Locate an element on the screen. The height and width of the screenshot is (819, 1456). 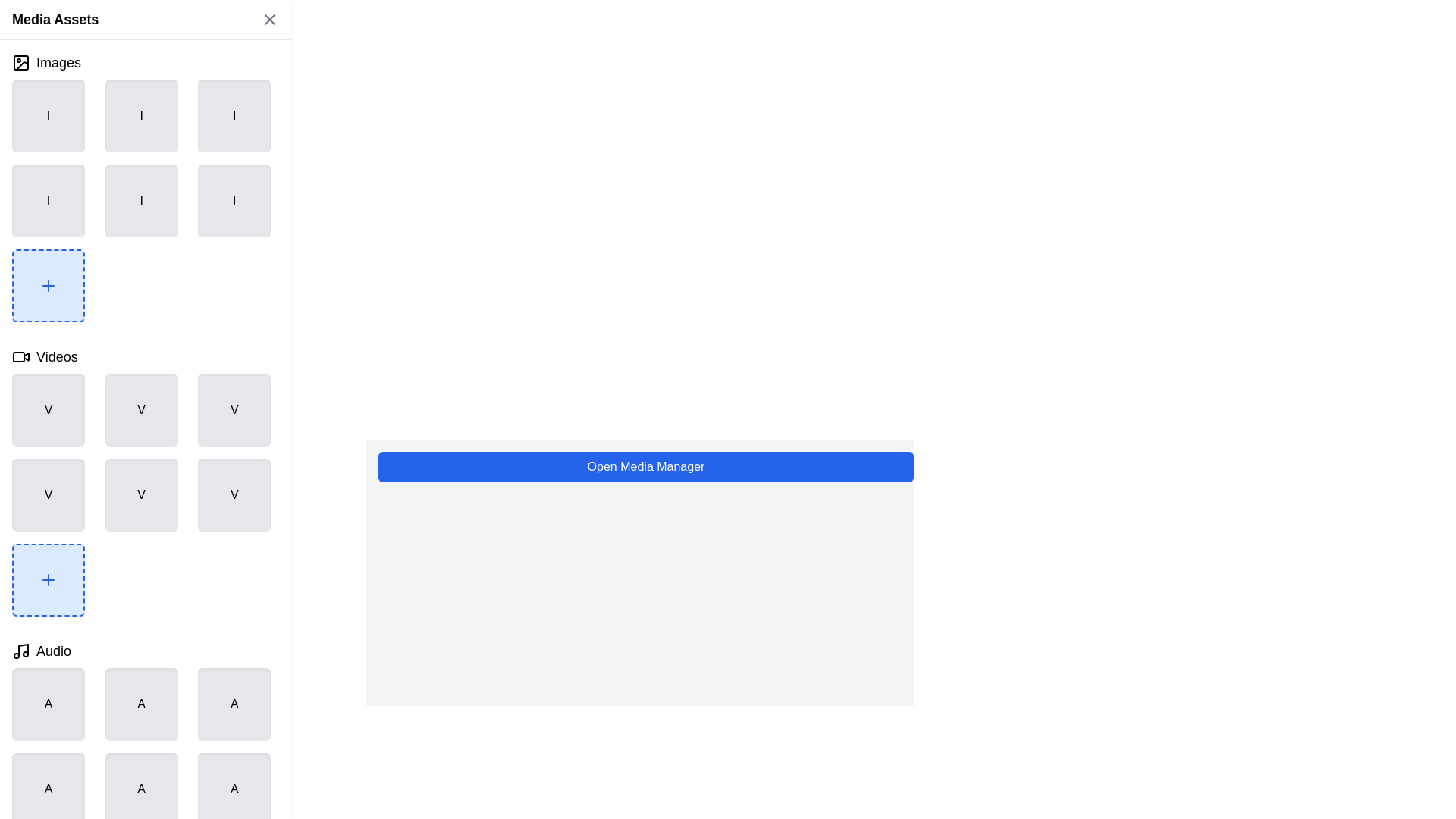
the grid cell displaying a light gray background with a centered 'V' in the middle column of the second row under the 'Videos' section is located at coordinates (146, 494).